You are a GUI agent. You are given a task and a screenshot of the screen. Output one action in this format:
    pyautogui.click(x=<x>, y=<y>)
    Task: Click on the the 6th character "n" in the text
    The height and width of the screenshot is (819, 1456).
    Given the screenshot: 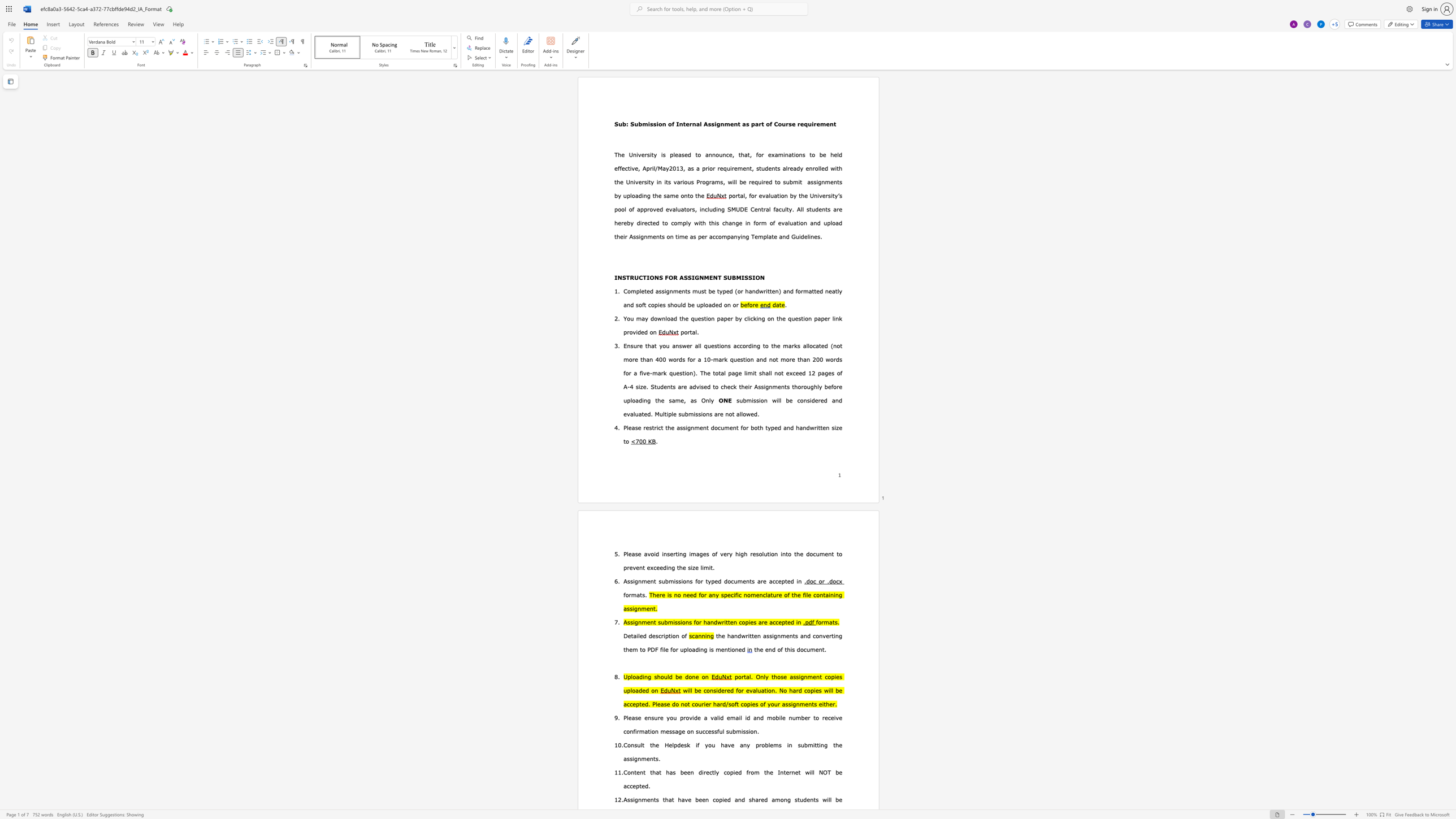 What is the action you would take?
    pyautogui.click(x=831, y=124)
    